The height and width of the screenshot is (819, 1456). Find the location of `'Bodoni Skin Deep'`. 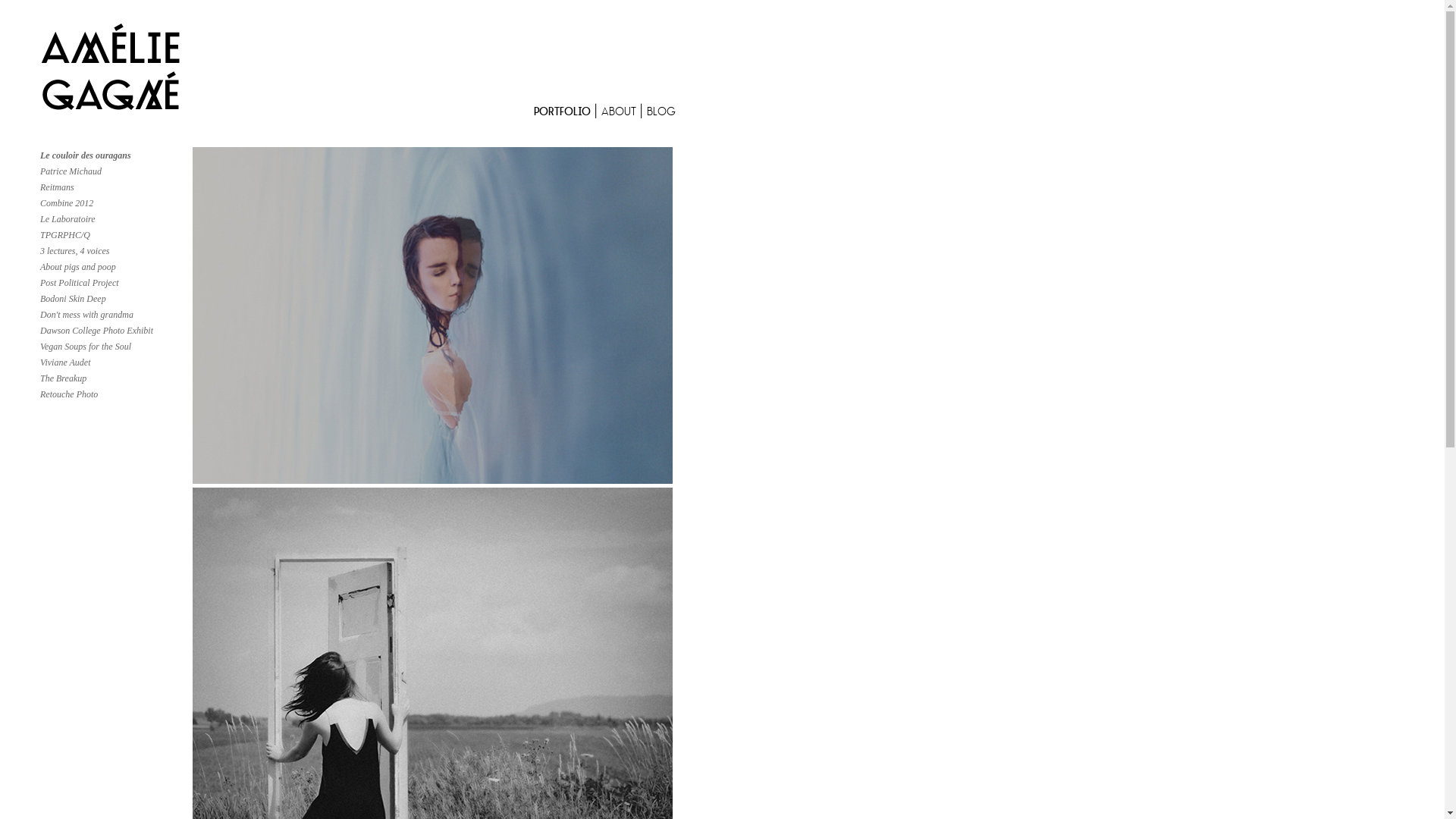

'Bodoni Skin Deep' is located at coordinates (72, 298).